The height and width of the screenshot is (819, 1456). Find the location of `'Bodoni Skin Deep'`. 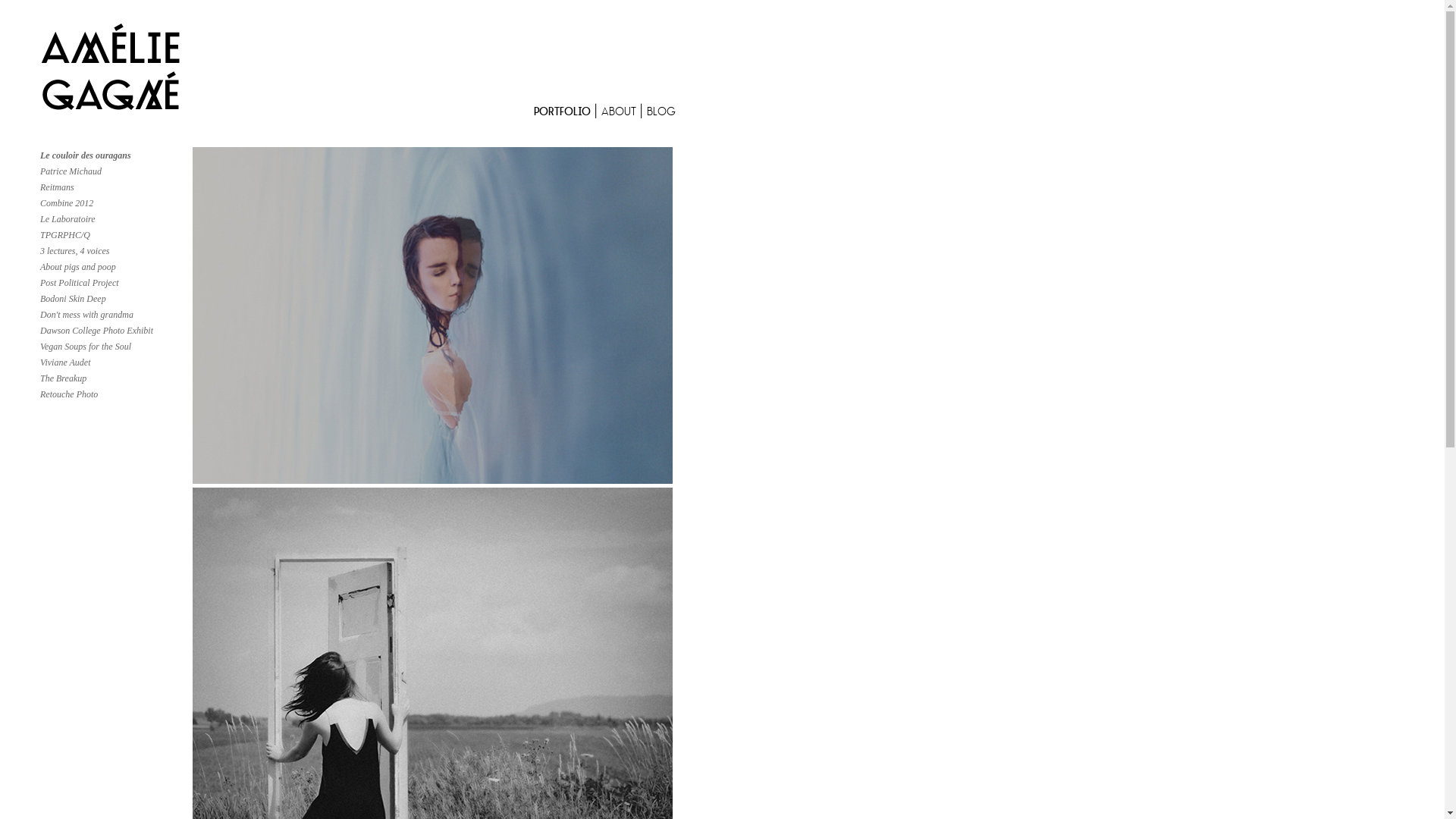

'Bodoni Skin Deep' is located at coordinates (72, 298).